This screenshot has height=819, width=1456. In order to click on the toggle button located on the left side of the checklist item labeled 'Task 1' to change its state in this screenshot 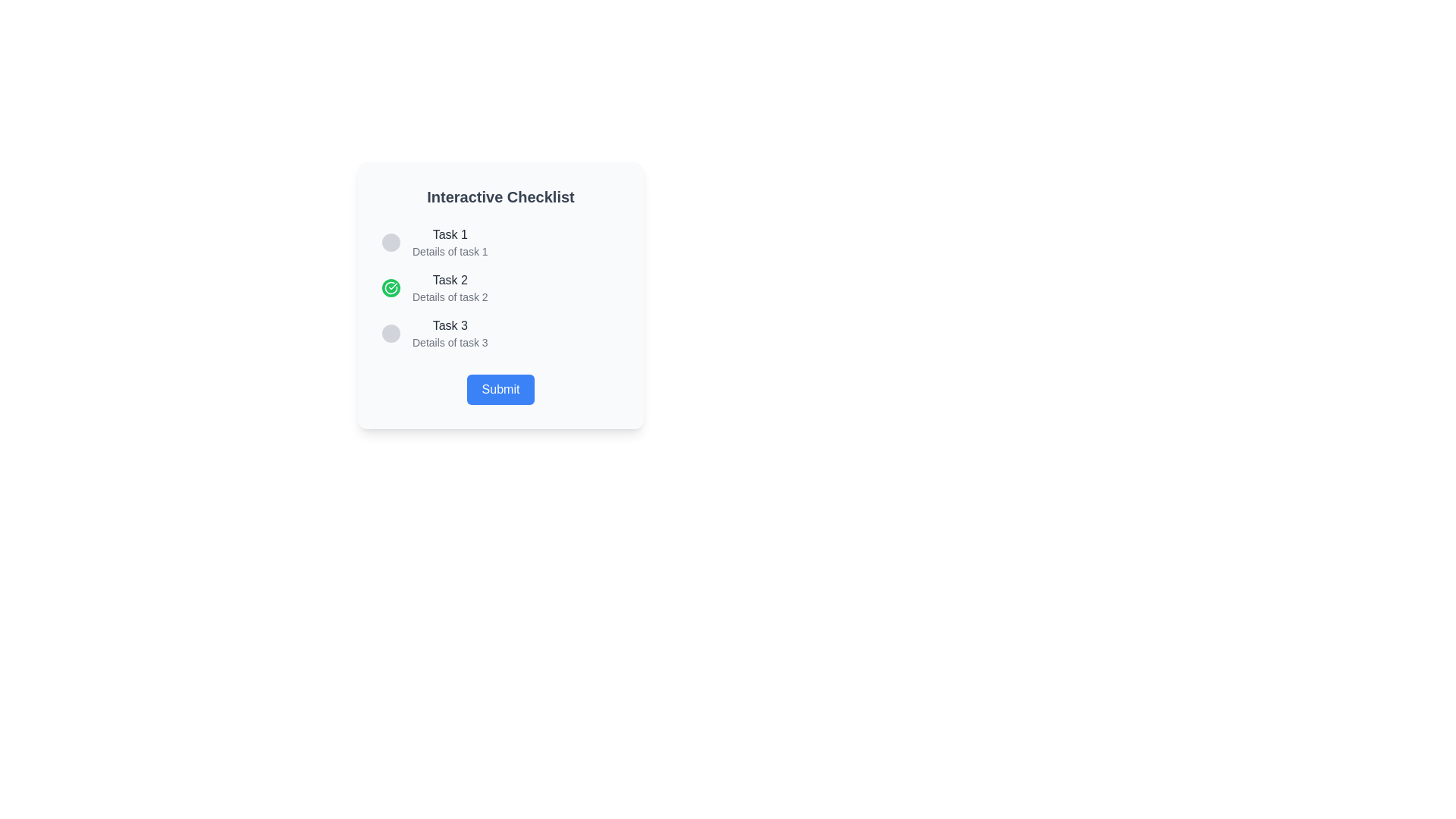, I will do `click(391, 242)`.